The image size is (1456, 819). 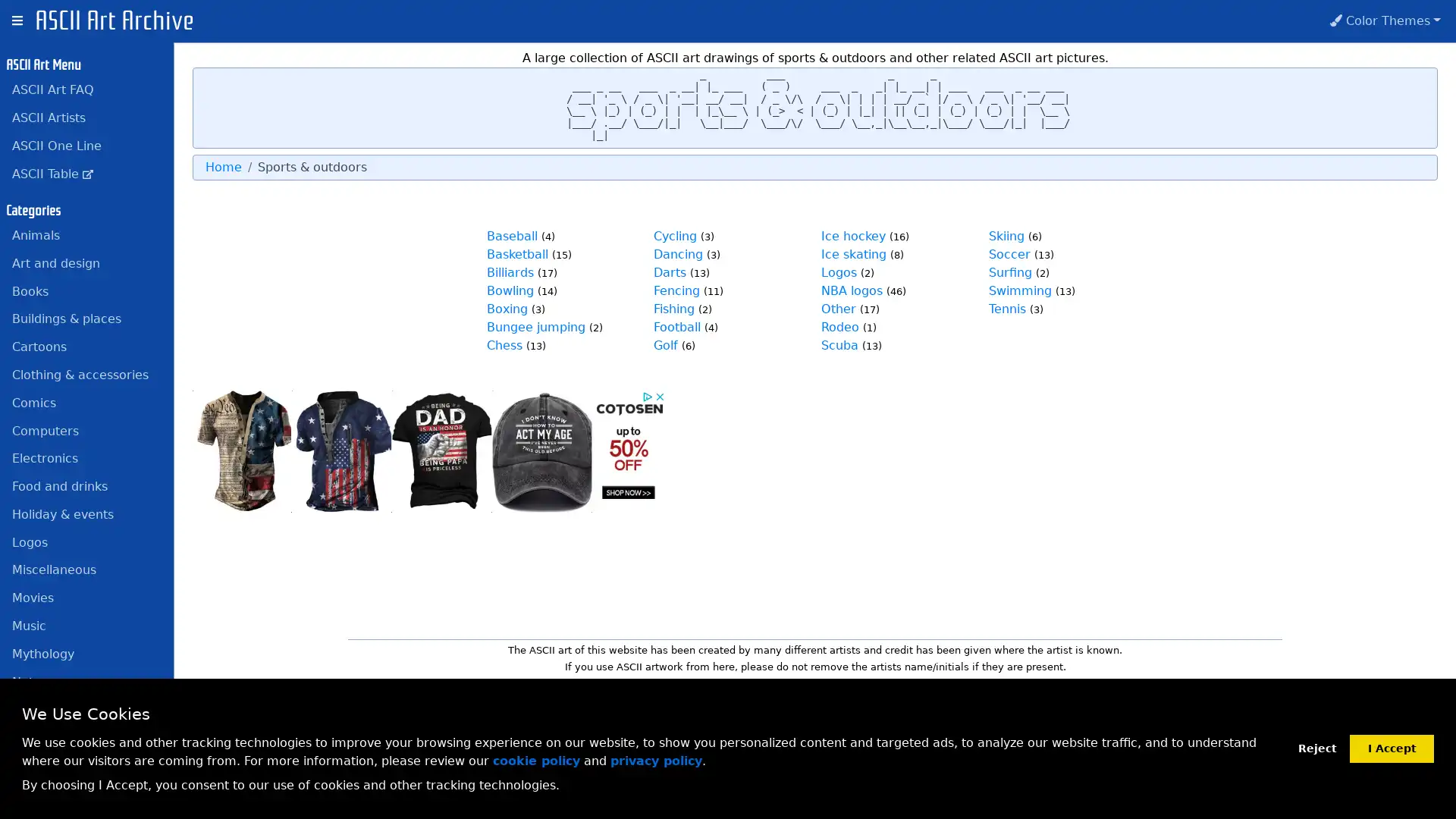 What do you see at coordinates (1392, 747) in the screenshot?
I see `I Accept` at bounding box center [1392, 747].